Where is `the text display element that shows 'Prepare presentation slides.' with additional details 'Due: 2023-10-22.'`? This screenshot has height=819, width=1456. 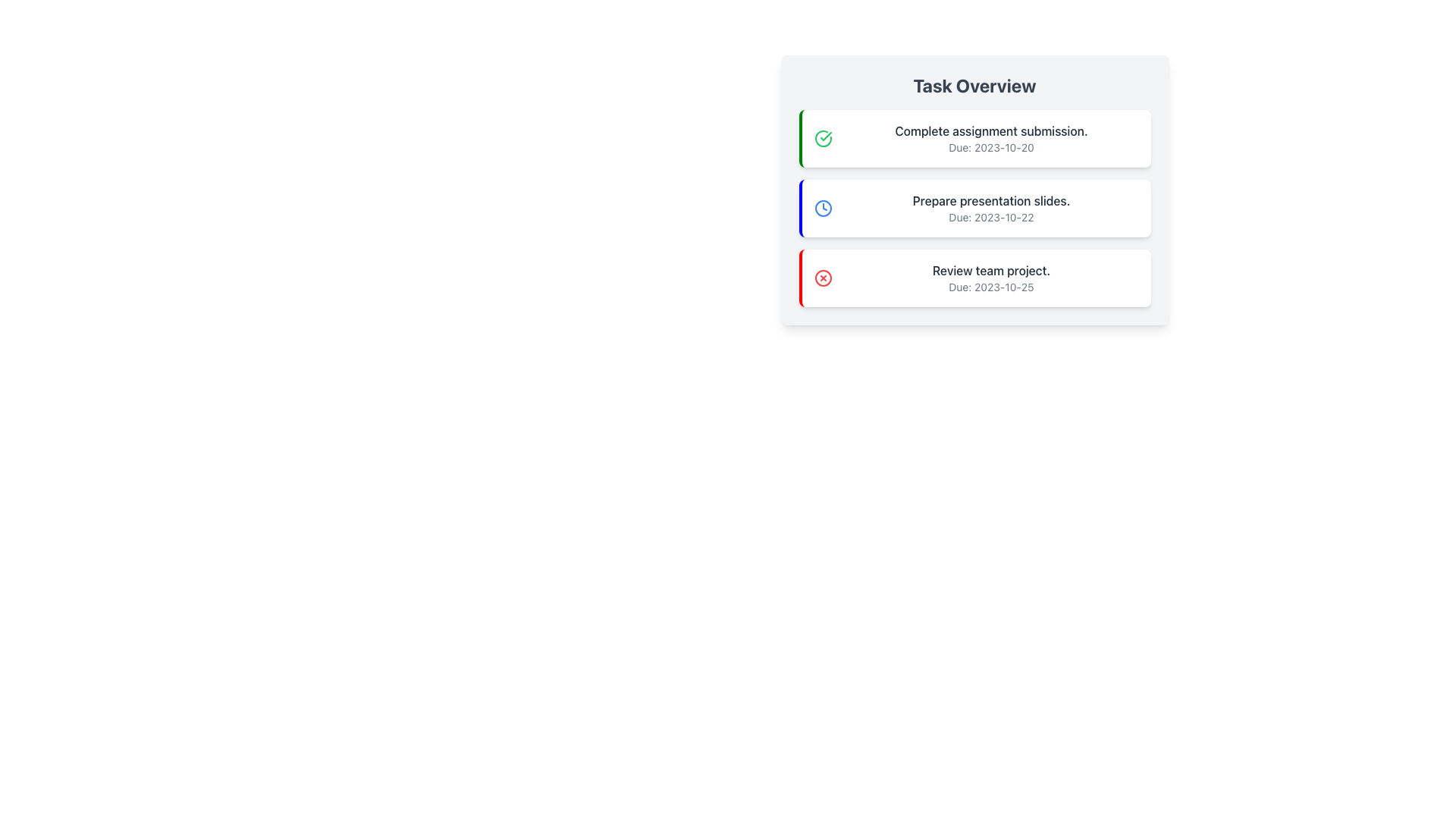 the text display element that shows 'Prepare presentation slides.' with additional details 'Due: 2023-10-22.' is located at coordinates (991, 208).